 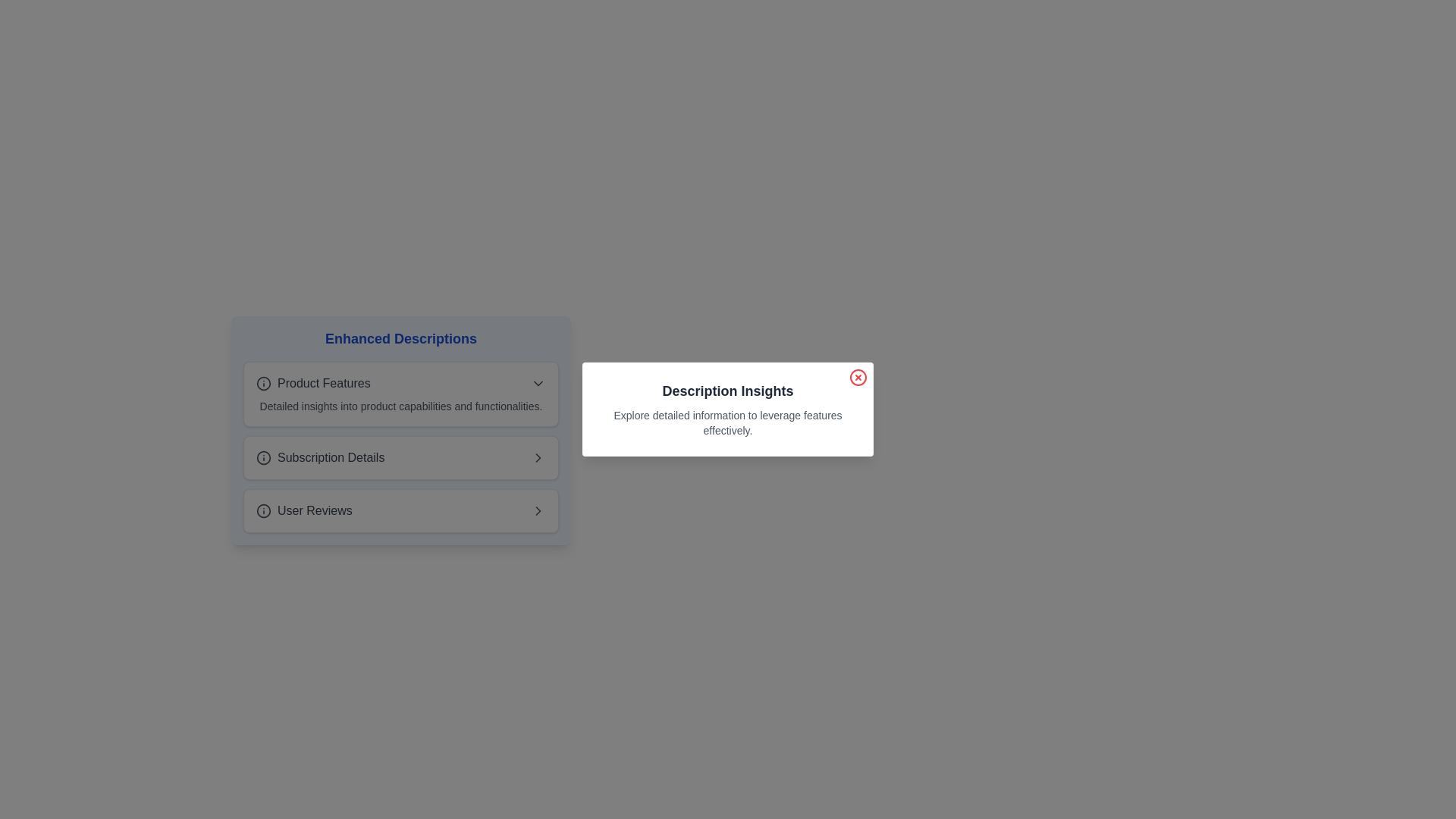 I want to click on the outlined circular icon representing information, located next to the 'Subscription Details' label, so click(x=263, y=457).